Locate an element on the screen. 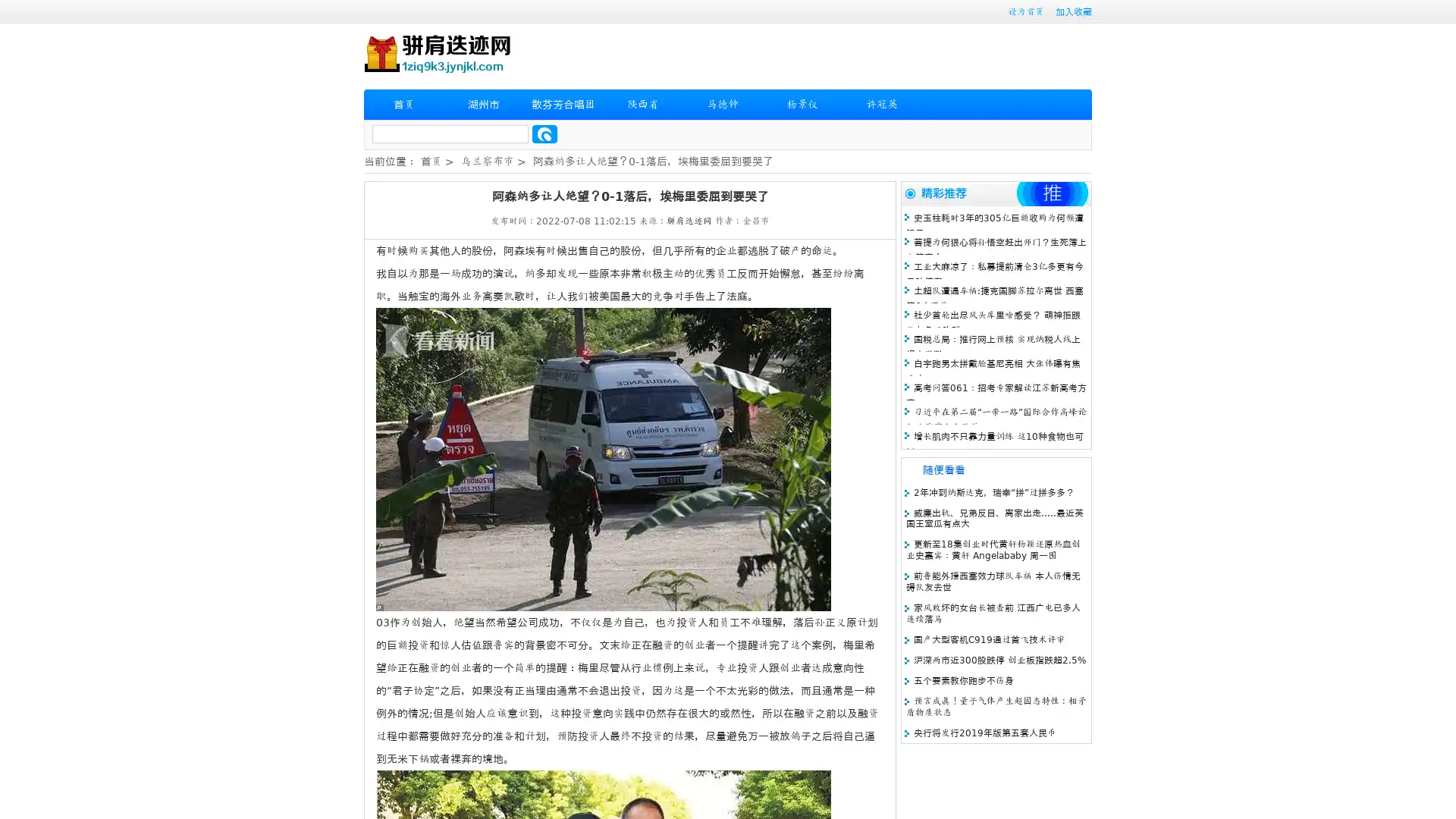 The image size is (1456, 819). Search is located at coordinates (544, 133).